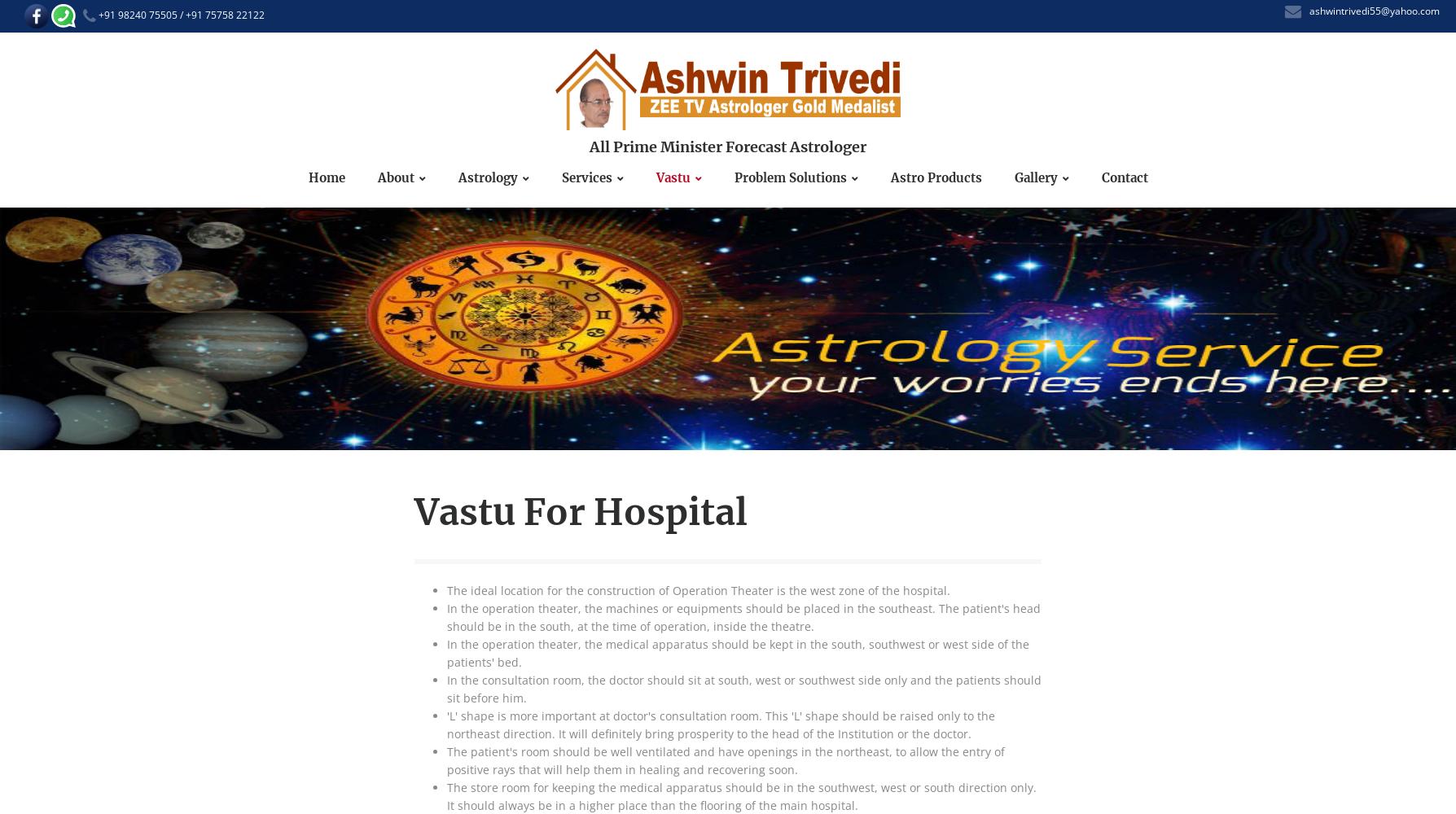 Image resolution: width=1456 pixels, height=814 pixels. What do you see at coordinates (395, 176) in the screenshot?
I see `'About'` at bounding box center [395, 176].